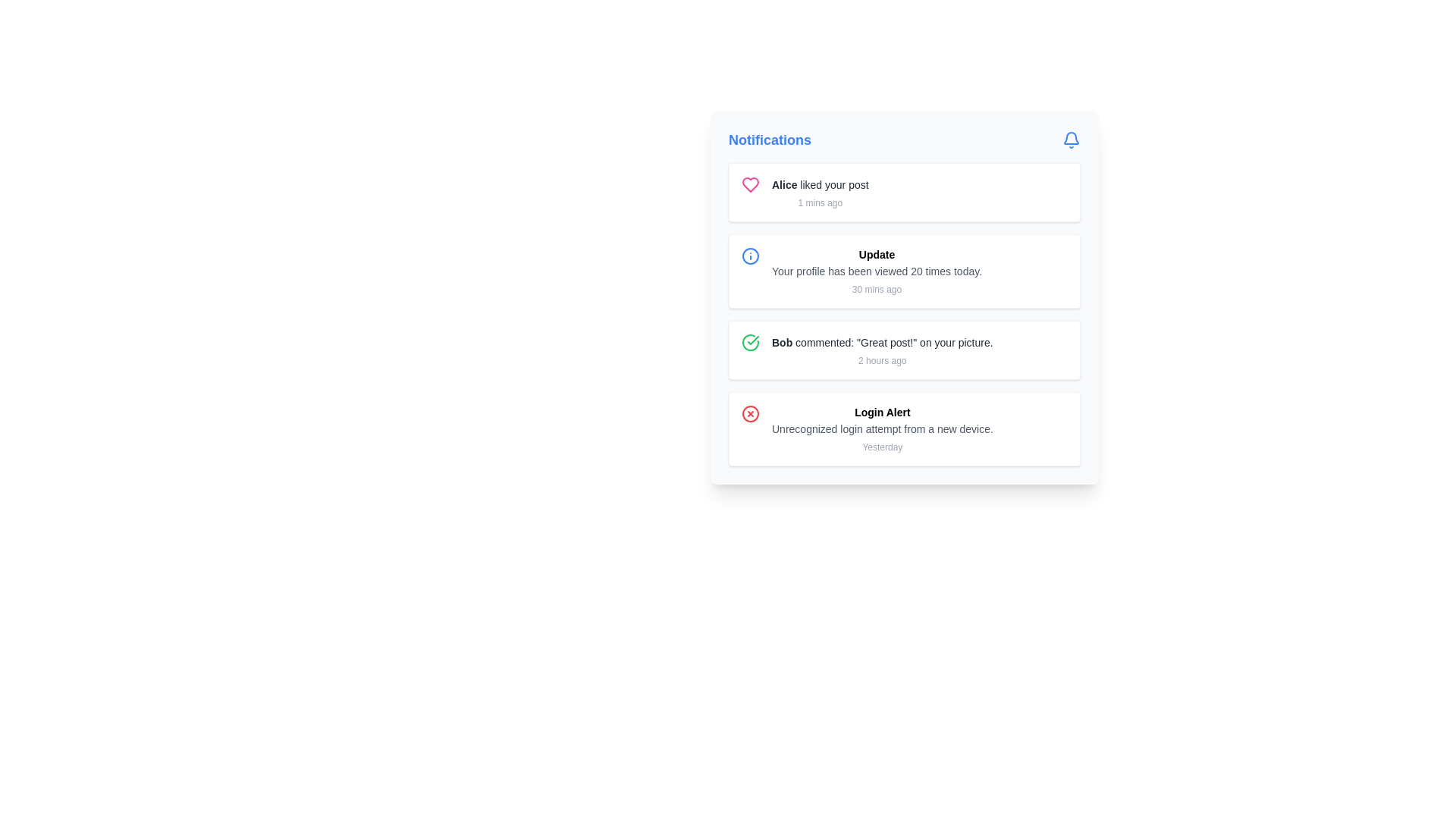 This screenshot has width=1456, height=819. Describe the element at coordinates (882, 429) in the screenshot. I see `the text label displaying 'Unrecognized login attempt from a new device.'` at that location.